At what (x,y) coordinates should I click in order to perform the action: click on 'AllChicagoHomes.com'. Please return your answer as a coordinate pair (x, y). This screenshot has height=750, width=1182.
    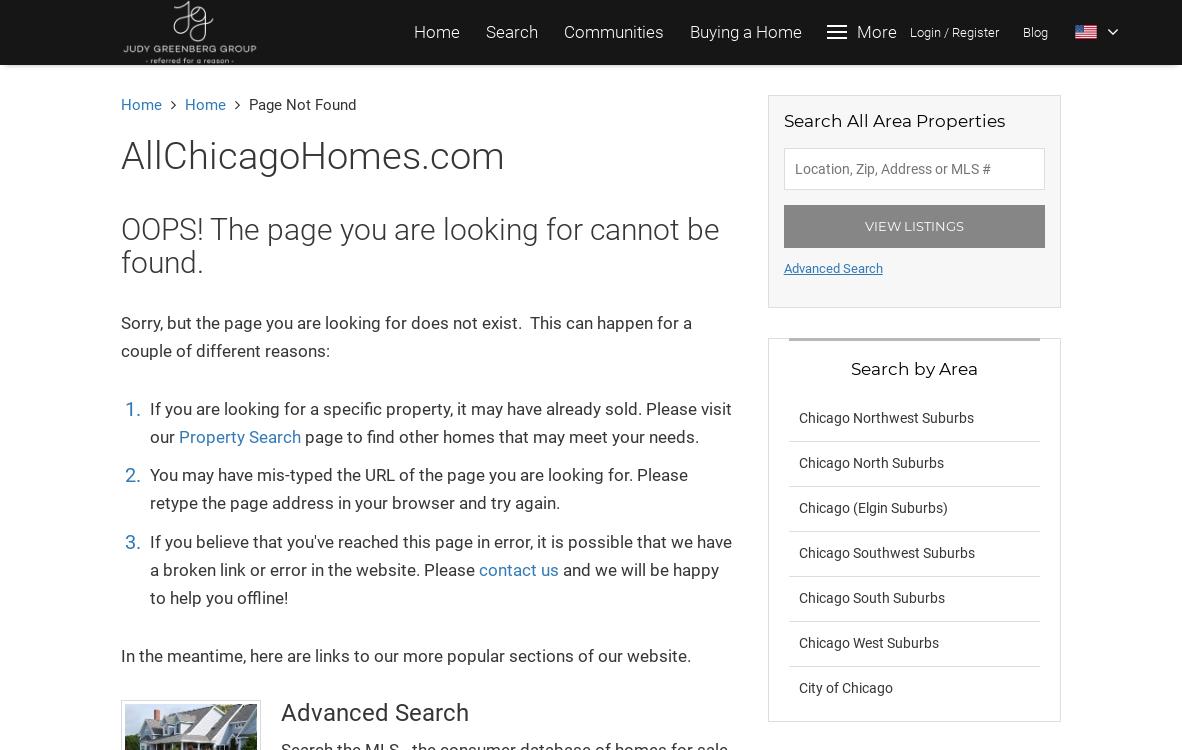
    Looking at the image, I should click on (312, 156).